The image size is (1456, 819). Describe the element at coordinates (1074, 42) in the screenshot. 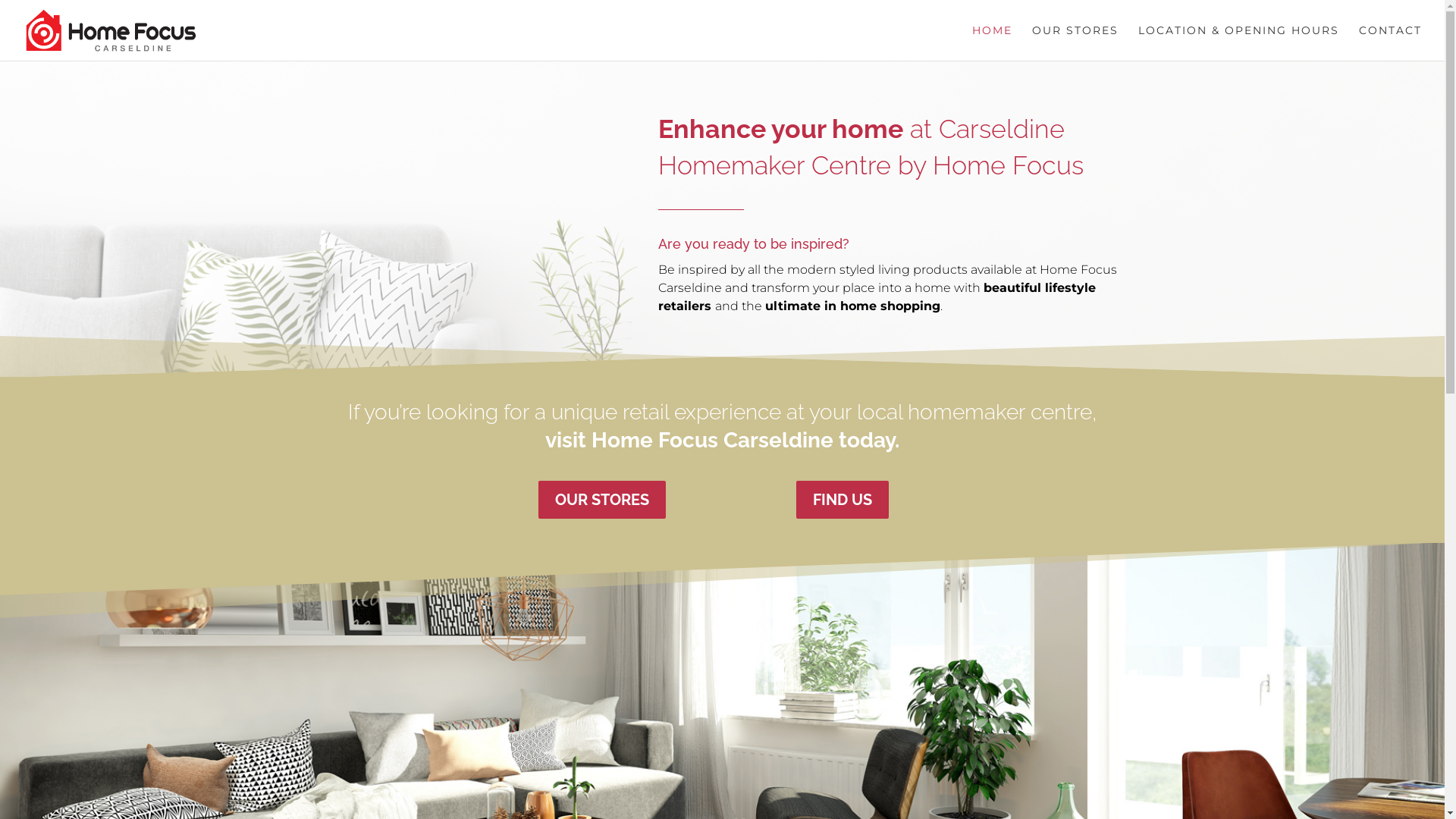

I see `'OUR STORES'` at that location.